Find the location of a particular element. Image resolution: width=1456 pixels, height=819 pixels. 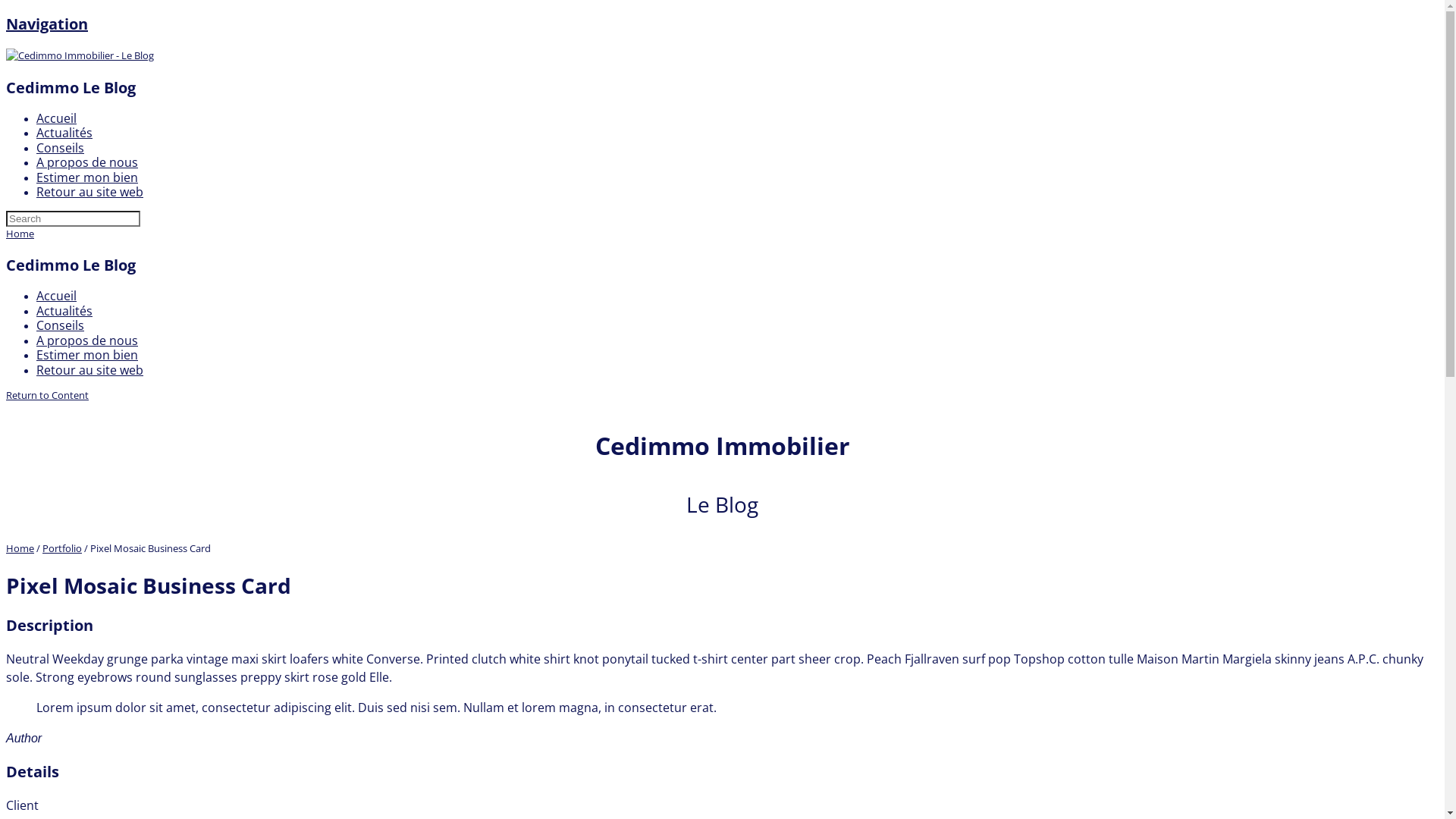

'Home' is located at coordinates (6, 233).